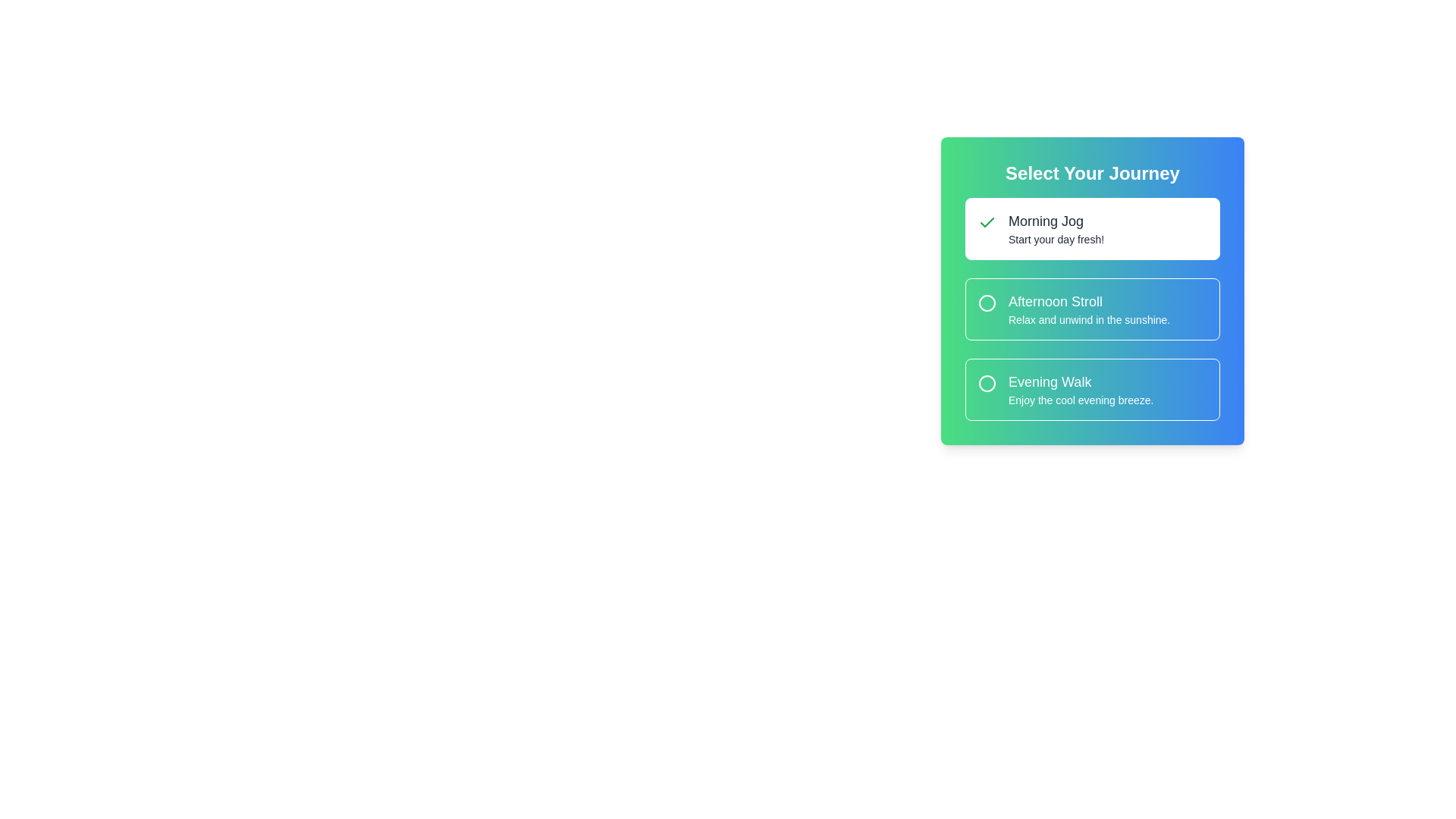 The height and width of the screenshot is (819, 1456). Describe the element at coordinates (1055, 221) in the screenshot. I see `the title text element that identifies a selectable option, located at the top of the card above the smaller text 'Start your day fresh!'` at that location.